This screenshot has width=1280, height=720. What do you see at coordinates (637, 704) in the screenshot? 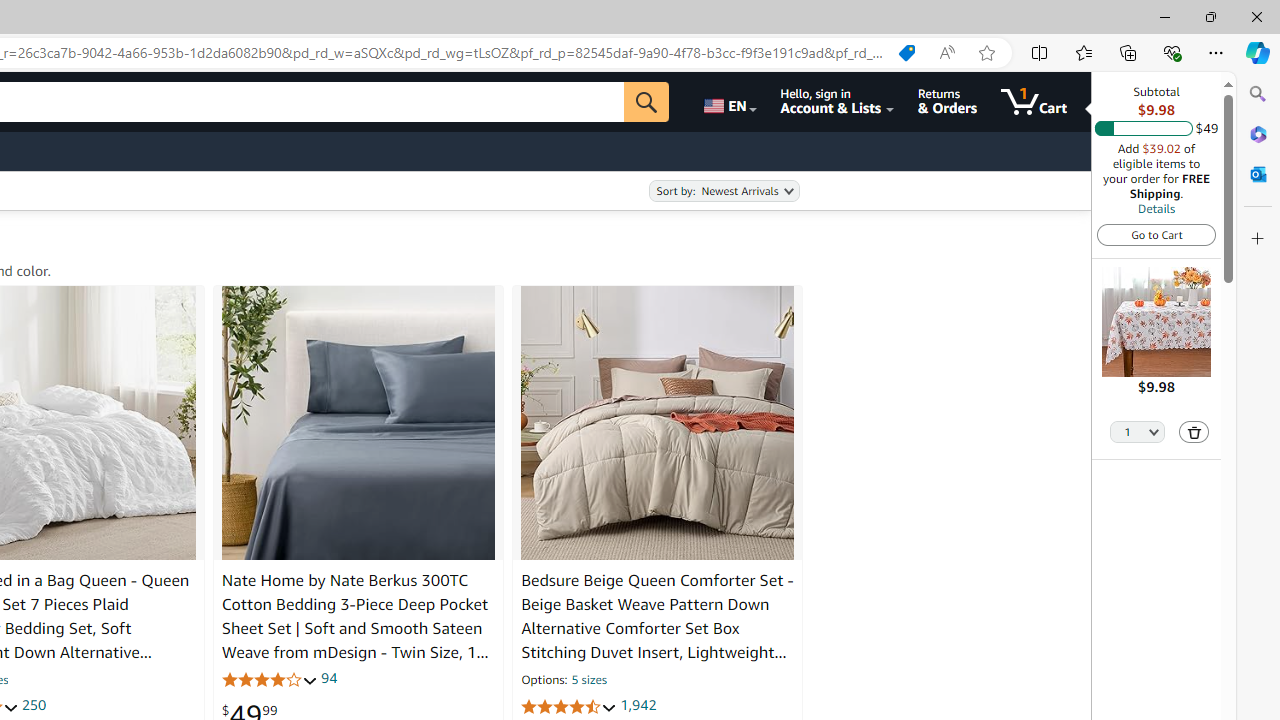
I see `'1,942'` at bounding box center [637, 704].